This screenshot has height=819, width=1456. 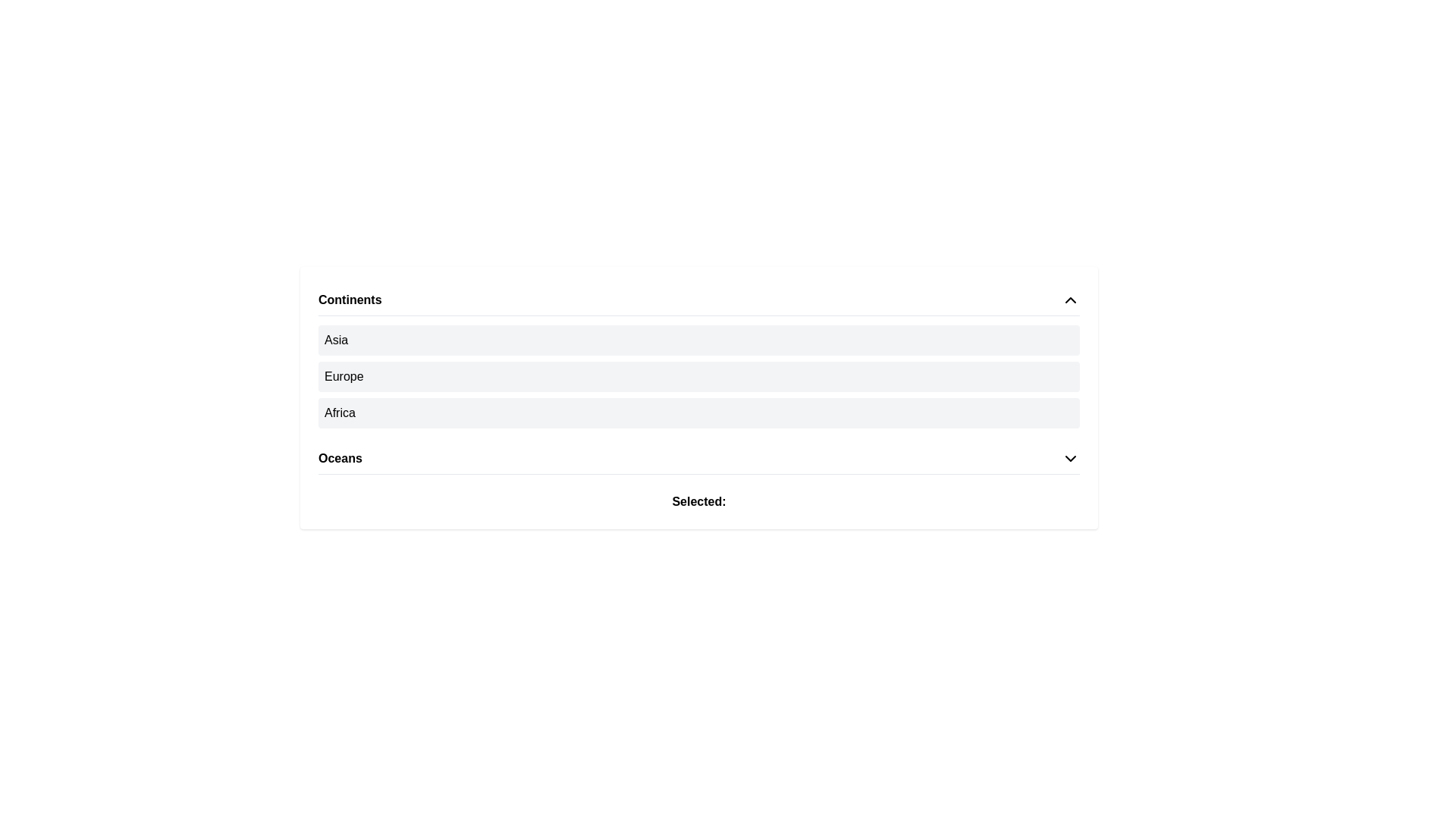 What do you see at coordinates (339, 458) in the screenshot?
I see `the text label displaying 'Oceans'` at bounding box center [339, 458].